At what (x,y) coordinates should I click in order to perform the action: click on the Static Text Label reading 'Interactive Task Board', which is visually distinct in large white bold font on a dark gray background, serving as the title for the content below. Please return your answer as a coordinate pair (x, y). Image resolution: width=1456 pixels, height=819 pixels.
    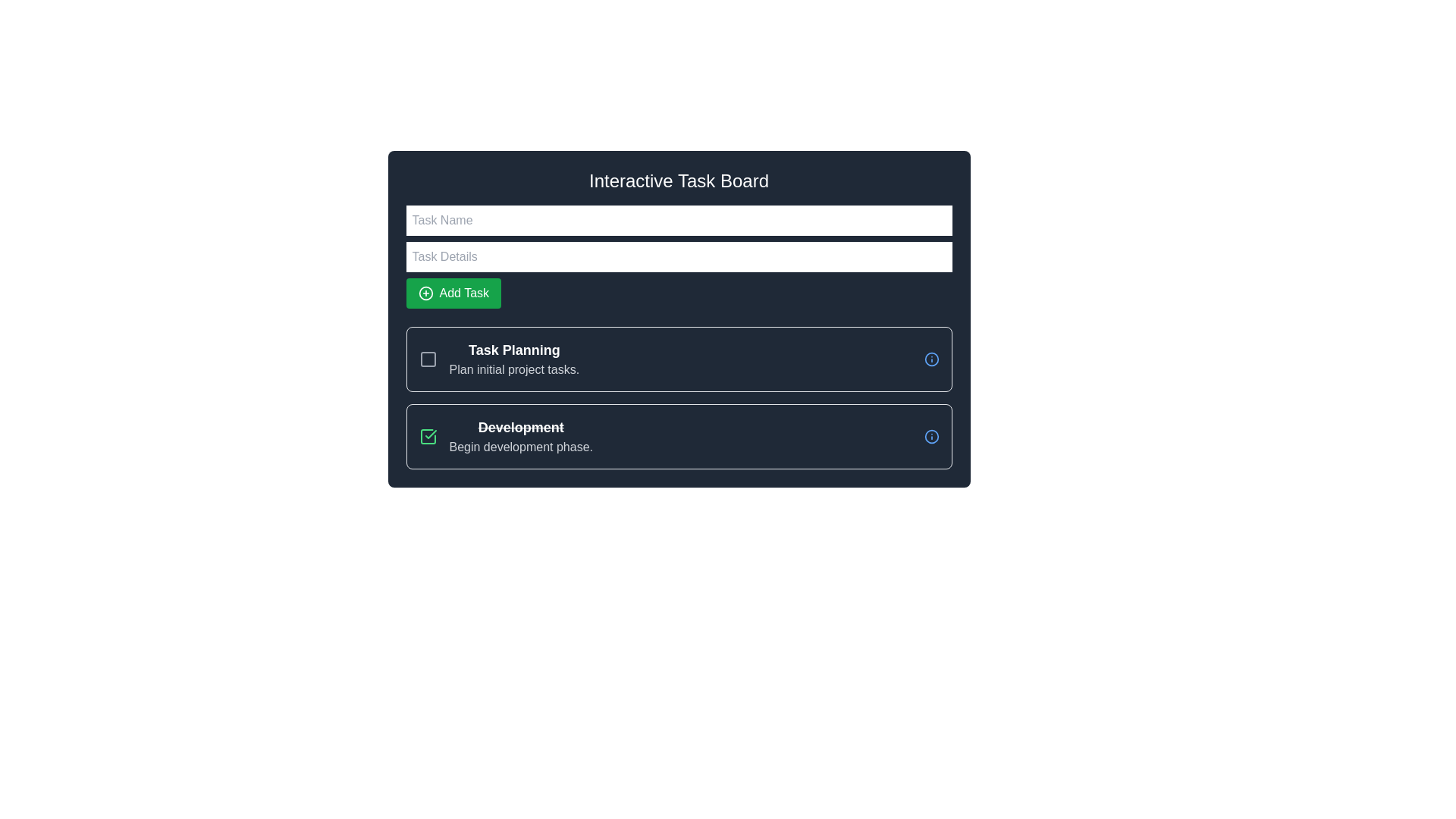
    Looking at the image, I should click on (678, 180).